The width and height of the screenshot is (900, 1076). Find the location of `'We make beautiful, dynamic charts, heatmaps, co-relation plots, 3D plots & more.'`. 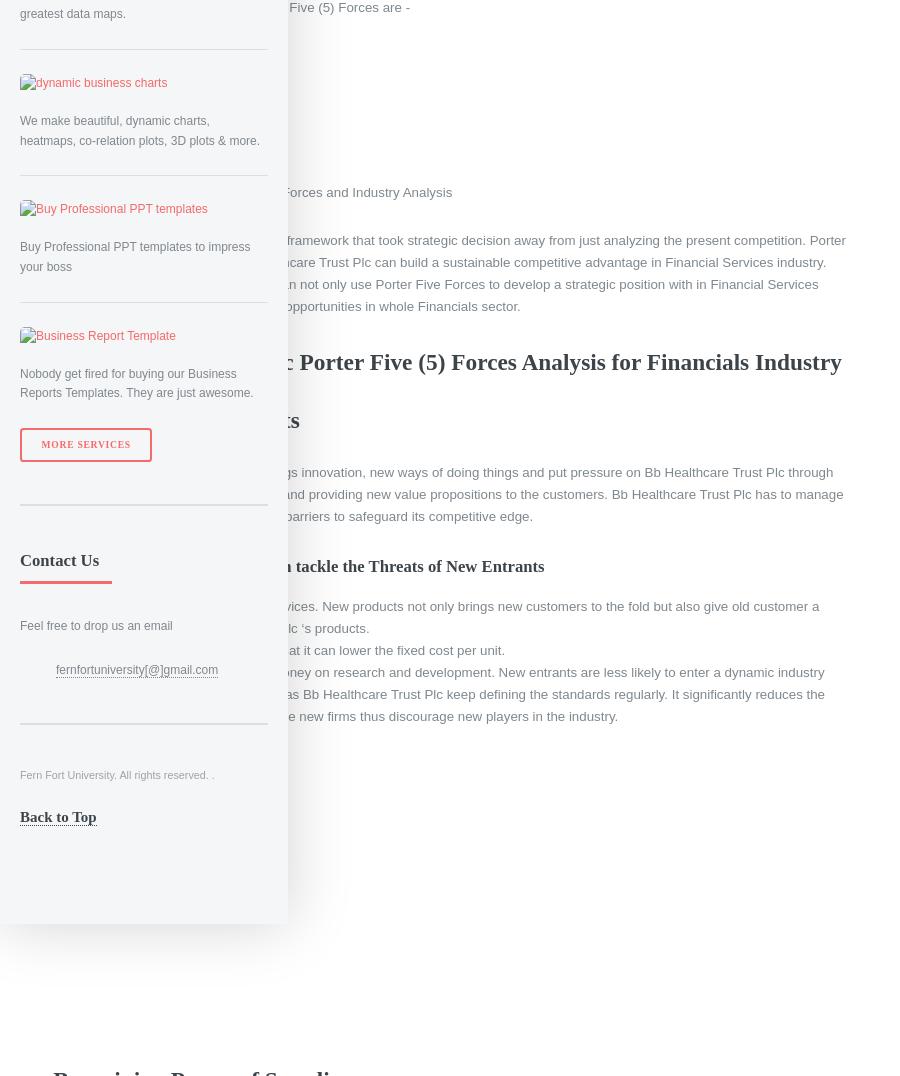

'We make beautiful, dynamic charts, heatmaps, co-relation plots, 3D plots & more.' is located at coordinates (140, 128).